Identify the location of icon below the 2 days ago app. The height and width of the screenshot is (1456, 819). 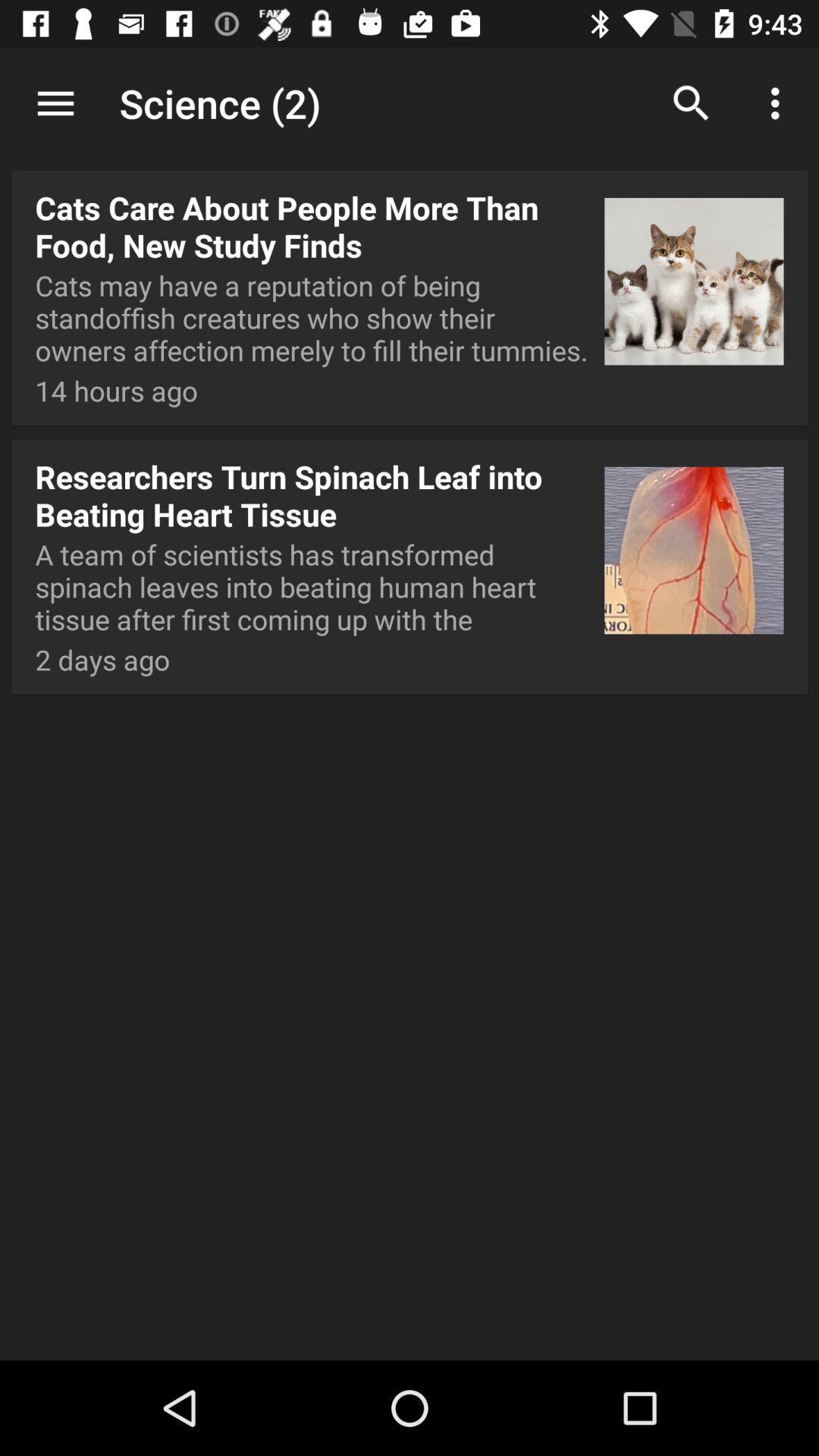
(409, 1310).